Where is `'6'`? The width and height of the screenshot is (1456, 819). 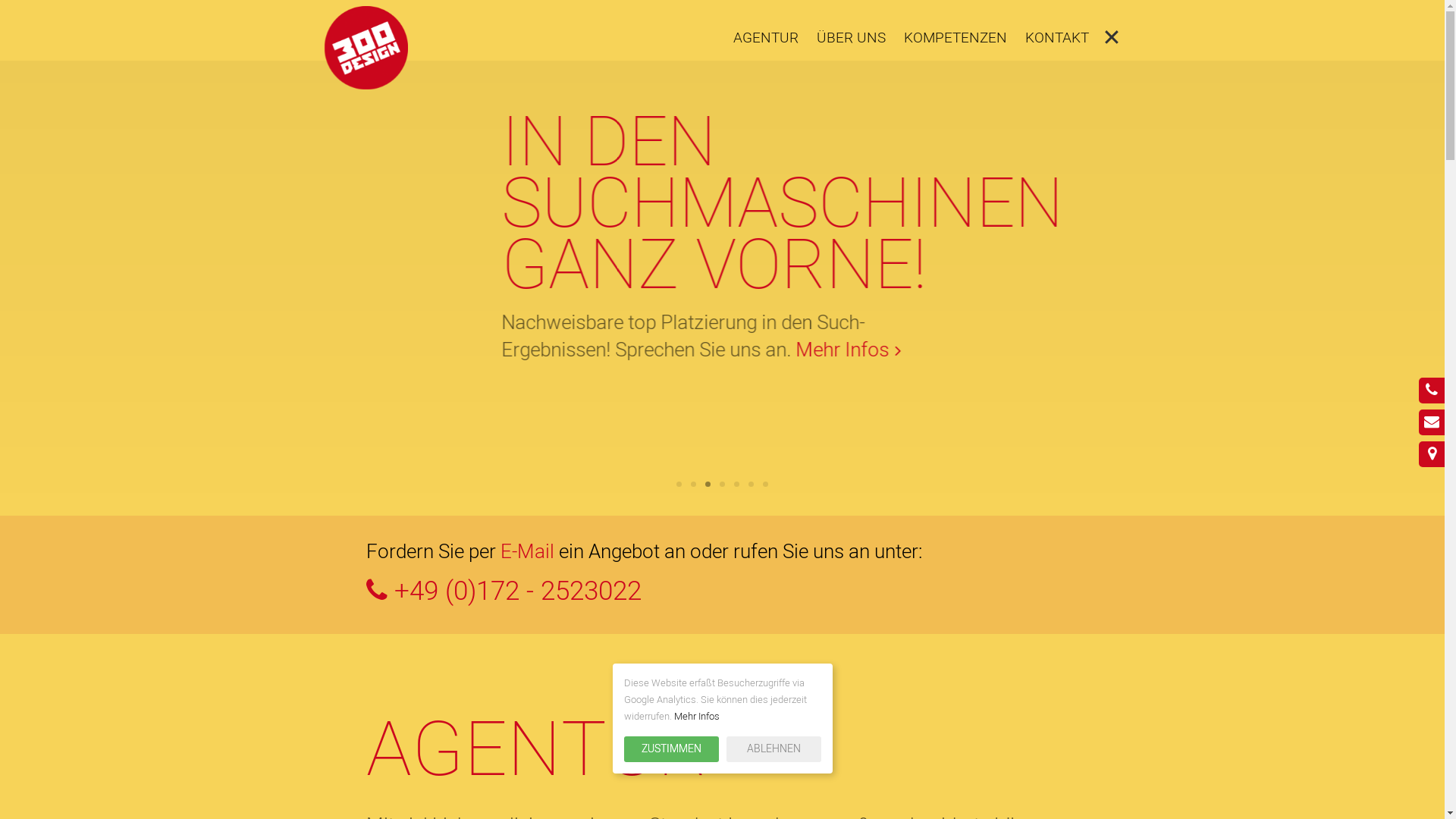 '6' is located at coordinates (748, 484).